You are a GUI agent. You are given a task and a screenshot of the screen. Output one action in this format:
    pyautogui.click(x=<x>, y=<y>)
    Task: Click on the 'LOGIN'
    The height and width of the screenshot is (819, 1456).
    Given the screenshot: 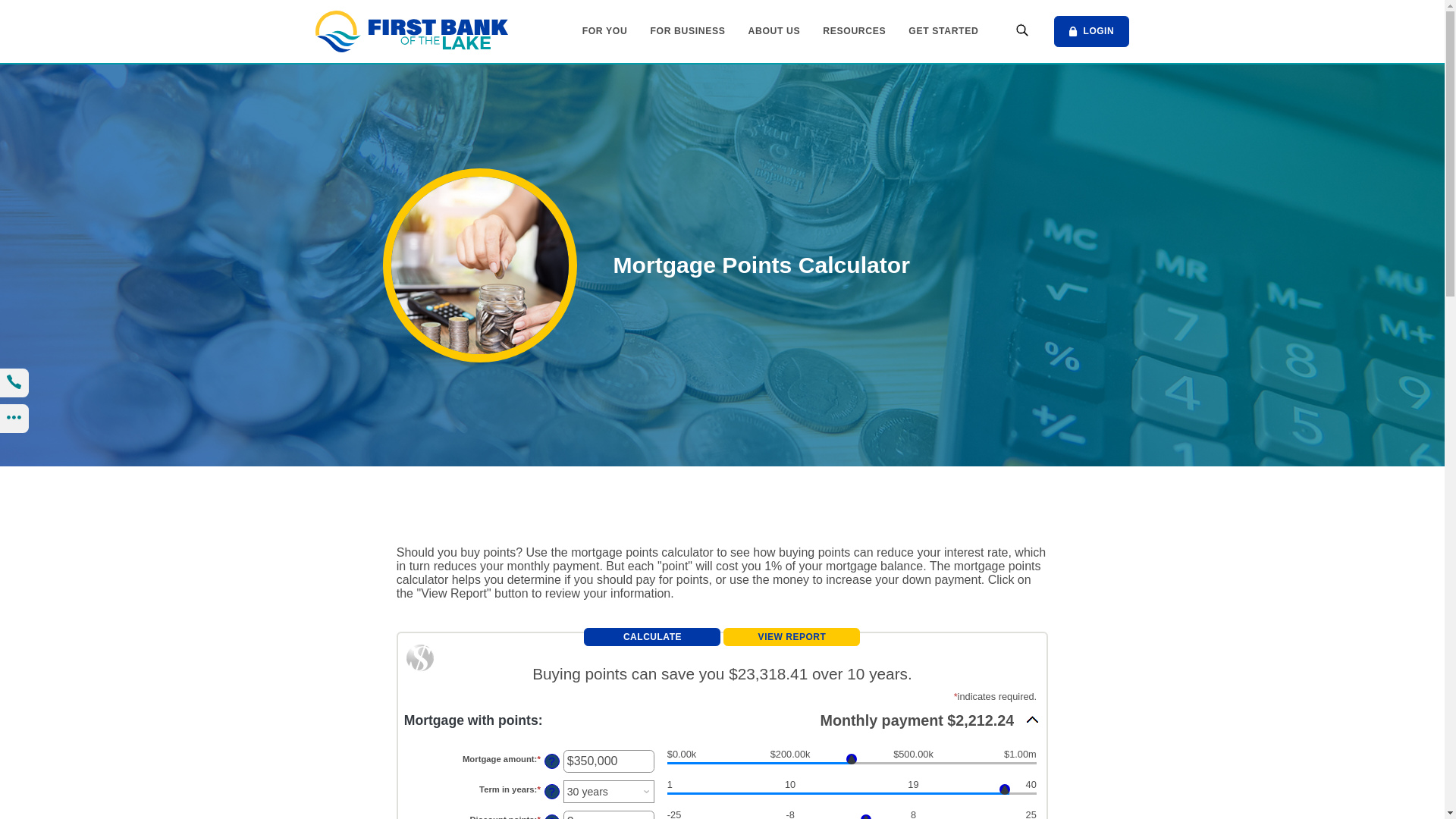 What is the action you would take?
    pyautogui.click(x=1090, y=31)
    